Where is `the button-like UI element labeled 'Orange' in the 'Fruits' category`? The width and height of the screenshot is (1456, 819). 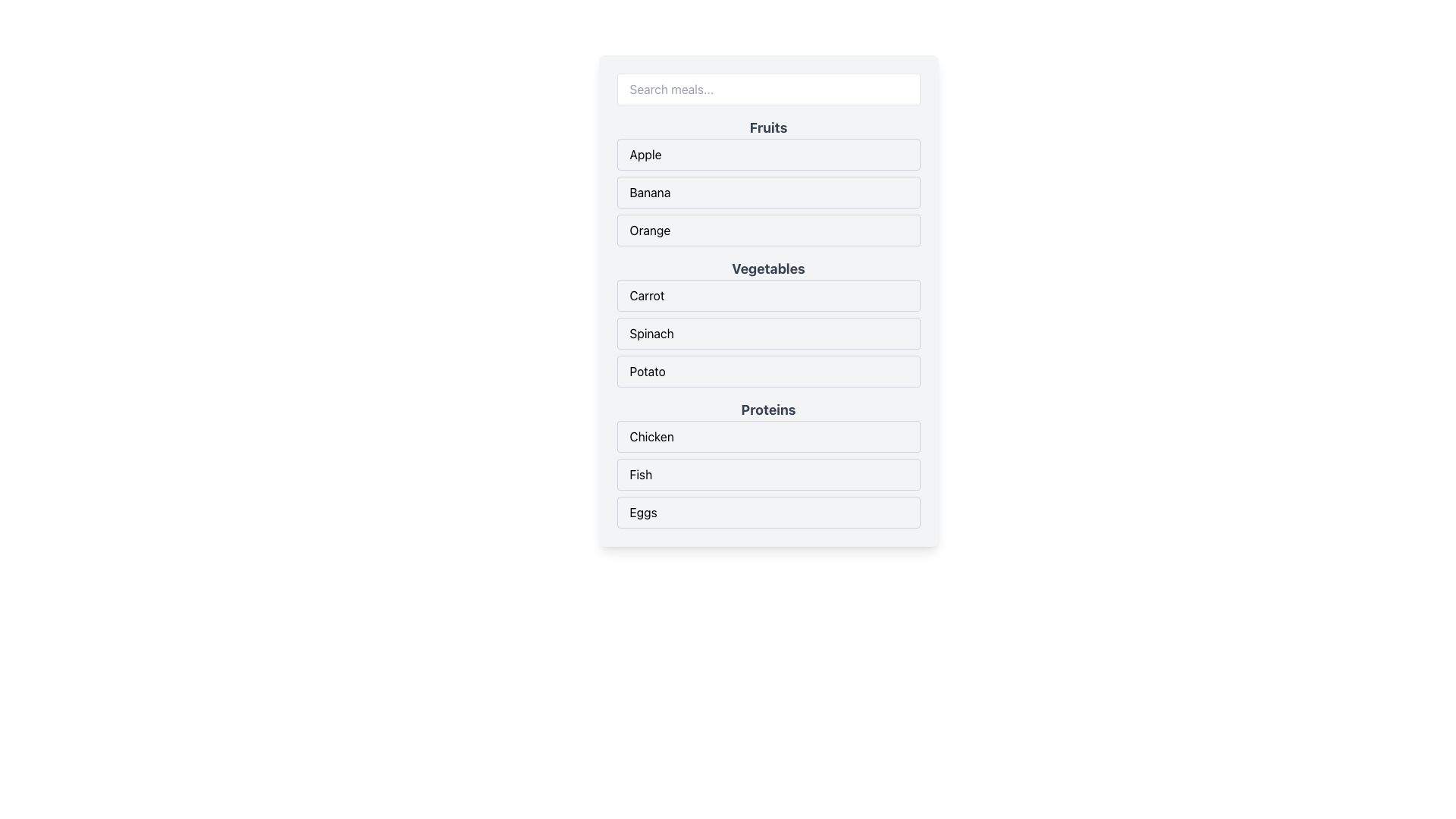 the button-like UI element labeled 'Orange' in the 'Fruits' category is located at coordinates (768, 231).